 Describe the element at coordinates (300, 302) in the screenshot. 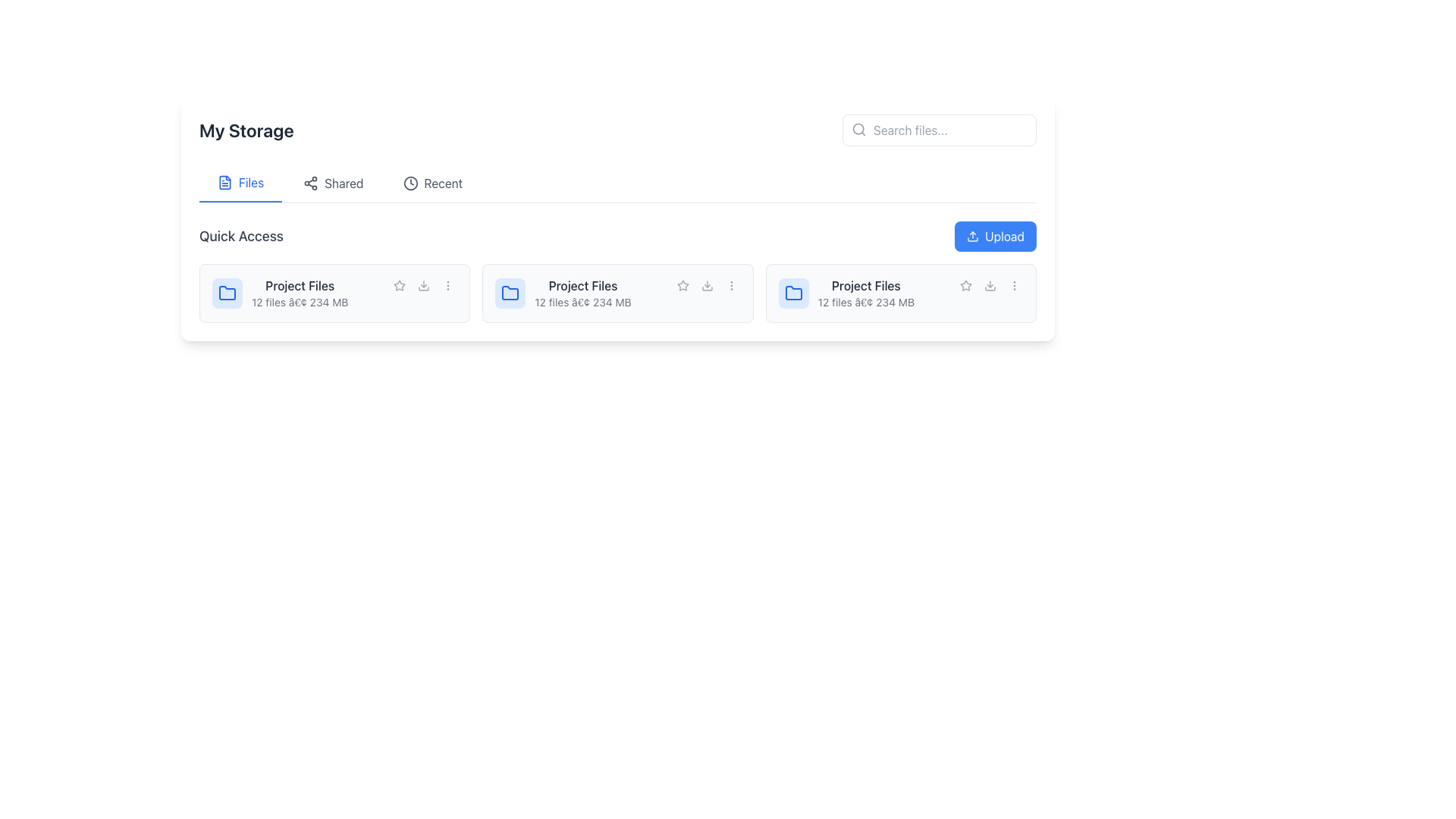

I see `the informational text displaying '12 files • 234 MB', which is styled in a small gray font and positioned below the 'Project Files' text, as part of the first card in the 'Quick Access' section` at that location.